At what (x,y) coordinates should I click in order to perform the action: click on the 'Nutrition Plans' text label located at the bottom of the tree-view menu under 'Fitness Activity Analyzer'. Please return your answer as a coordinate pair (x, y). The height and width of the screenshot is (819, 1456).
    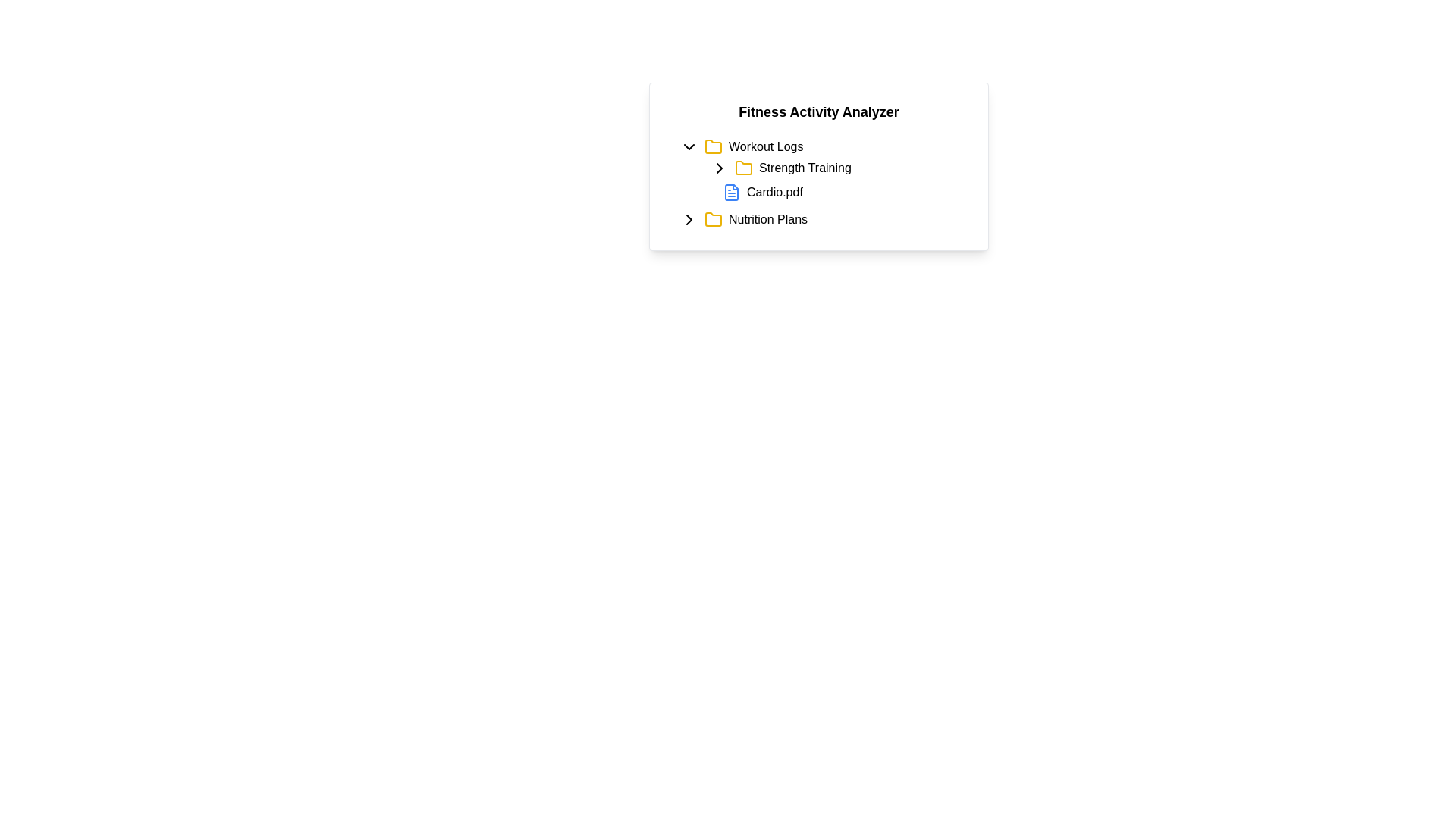
    Looking at the image, I should click on (767, 219).